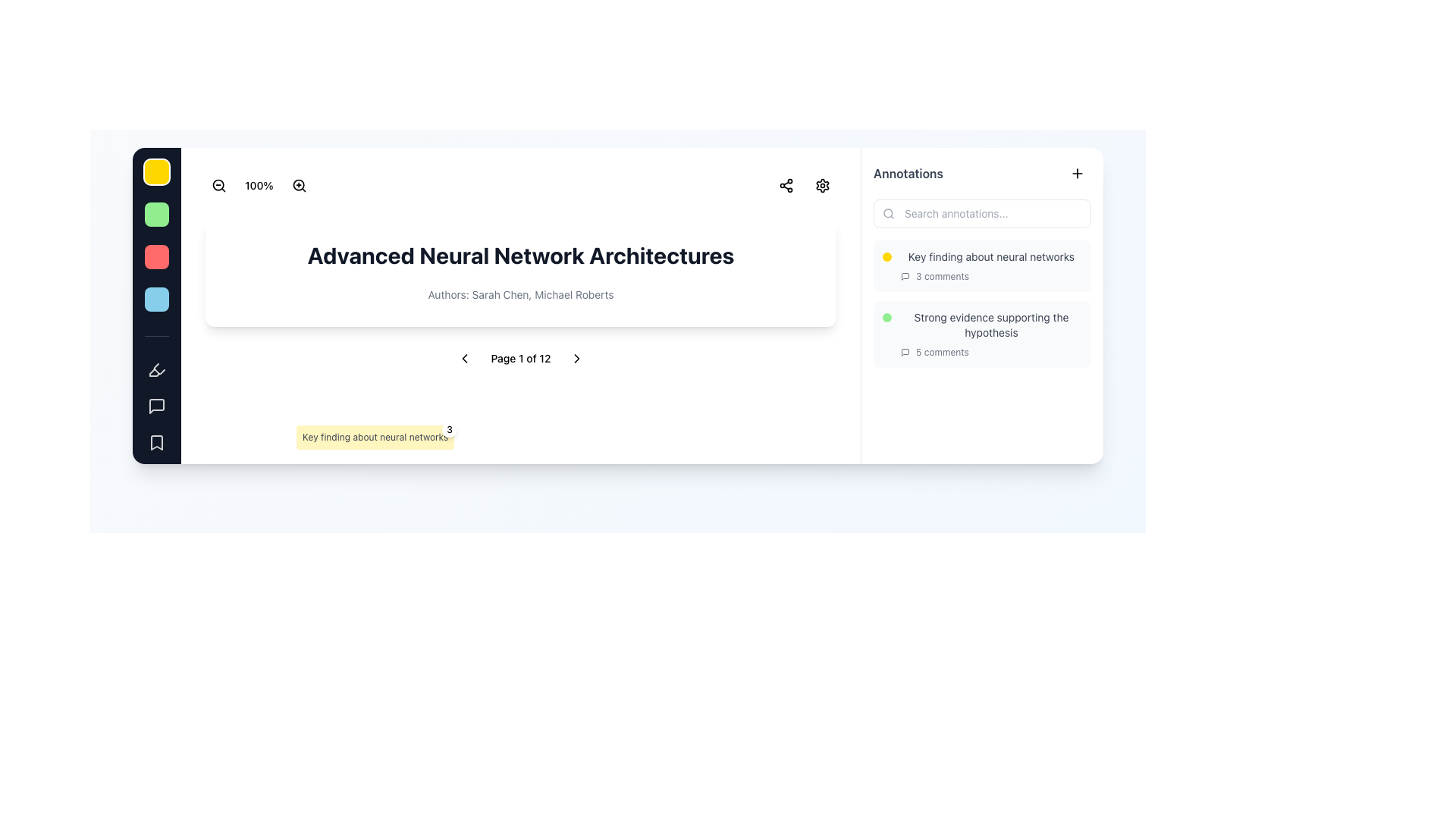 This screenshot has width=1456, height=819. What do you see at coordinates (786, 185) in the screenshot?
I see `the share icon located` at bounding box center [786, 185].